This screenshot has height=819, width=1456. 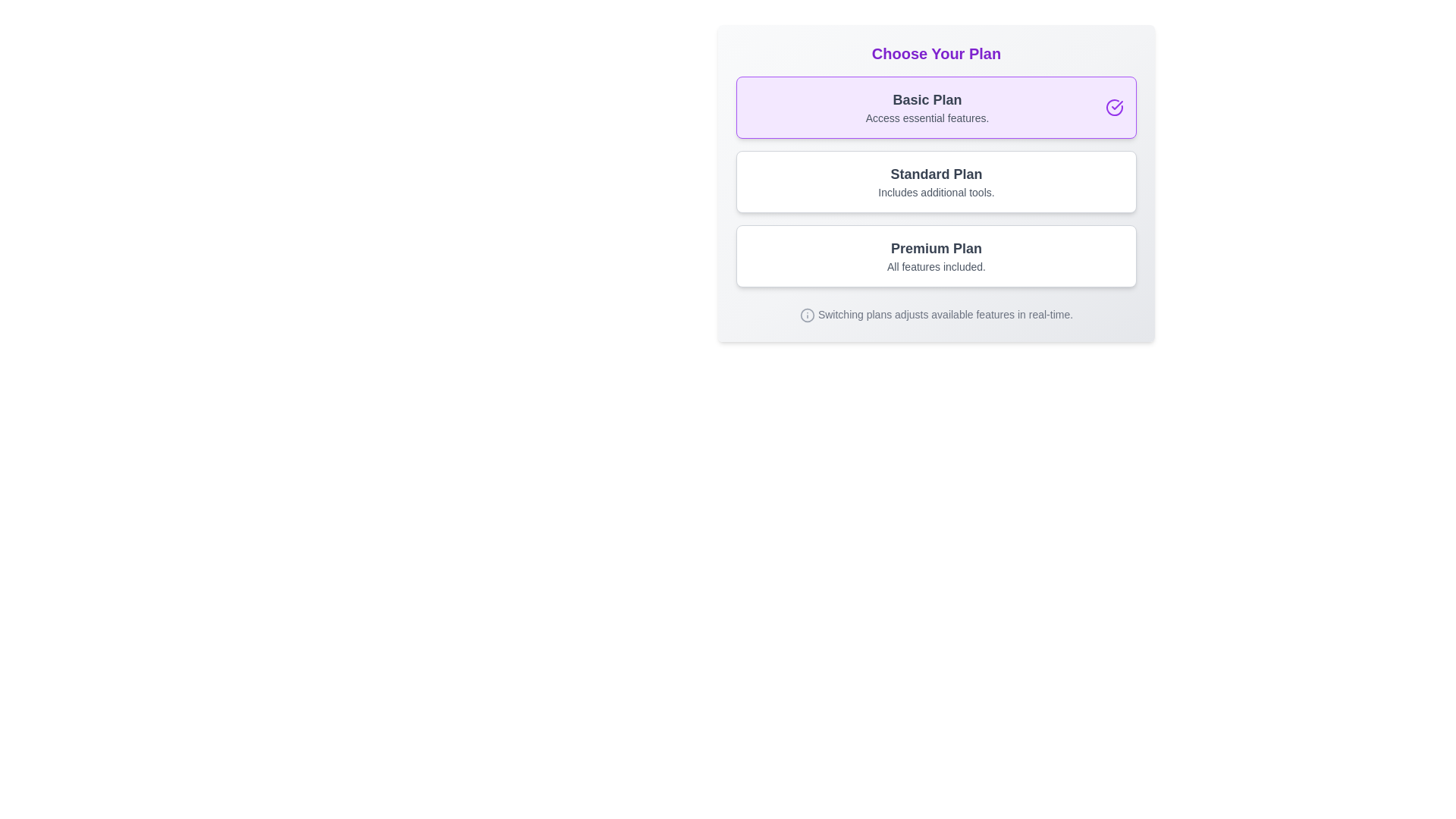 What do you see at coordinates (945, 314) in the screenshot?
I see `the text label that provides additional information about the impact of switching plans, located below the 'Choose Your Plan' section` at bounding box center [945, 314].